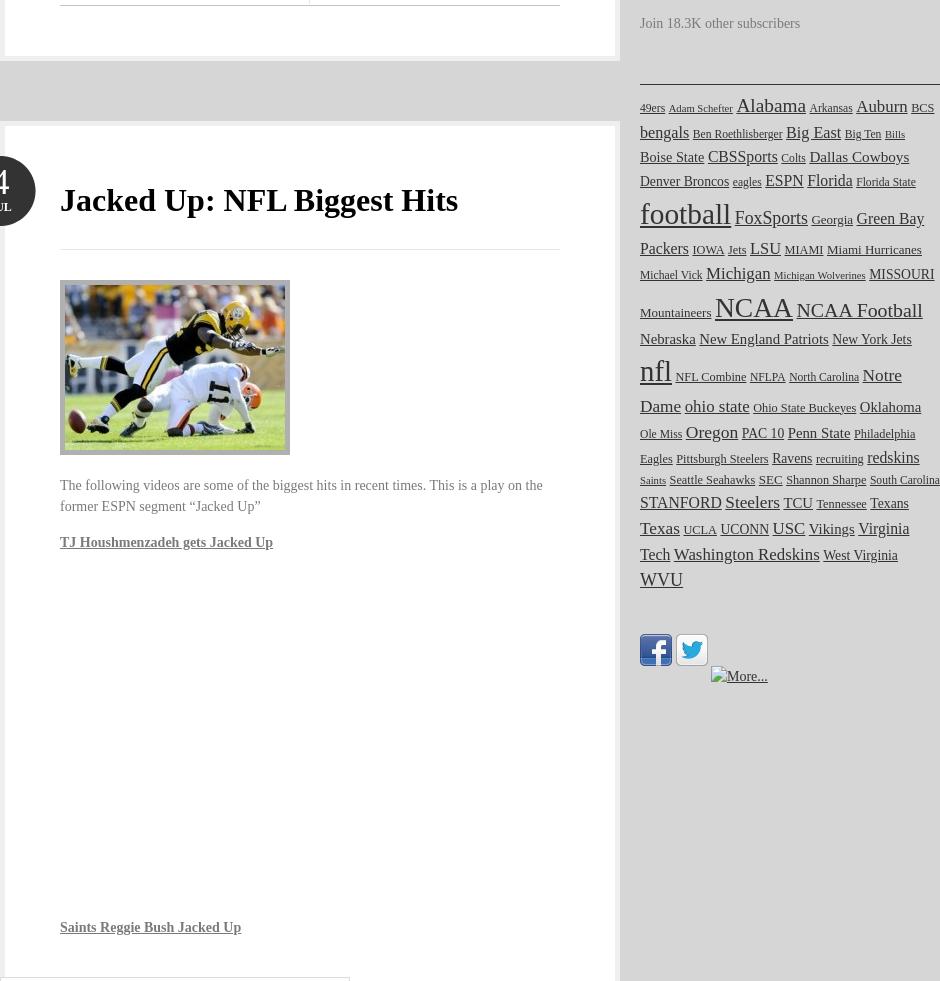 Image resolution: width=940 pixels, height=981 pixels. Describe the element at coordinates (661, 433) in the screenshot. I see `'Ole Miss'` at that location.